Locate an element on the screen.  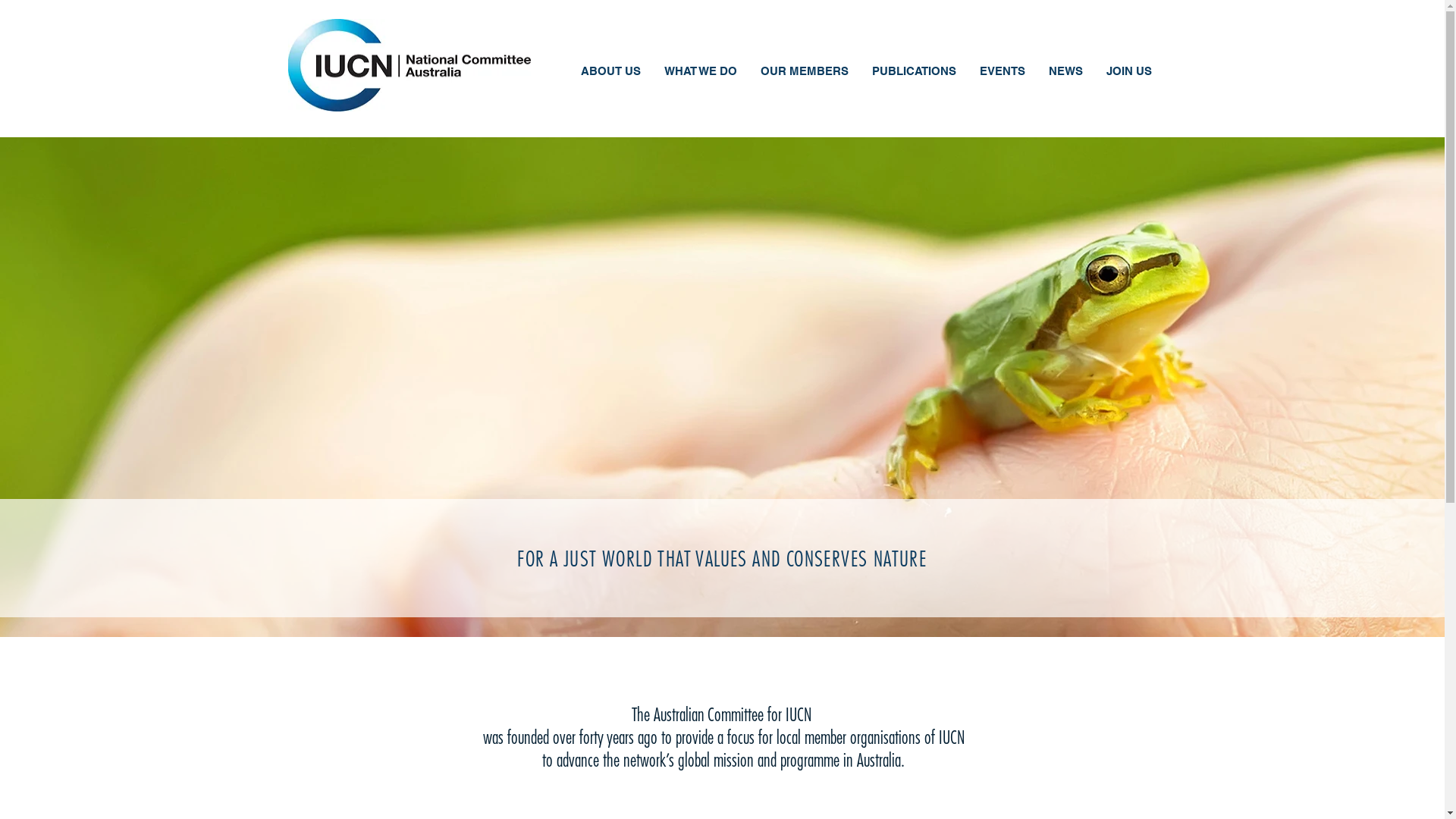
'ABOUT US' is located at coordinates (567, 72).